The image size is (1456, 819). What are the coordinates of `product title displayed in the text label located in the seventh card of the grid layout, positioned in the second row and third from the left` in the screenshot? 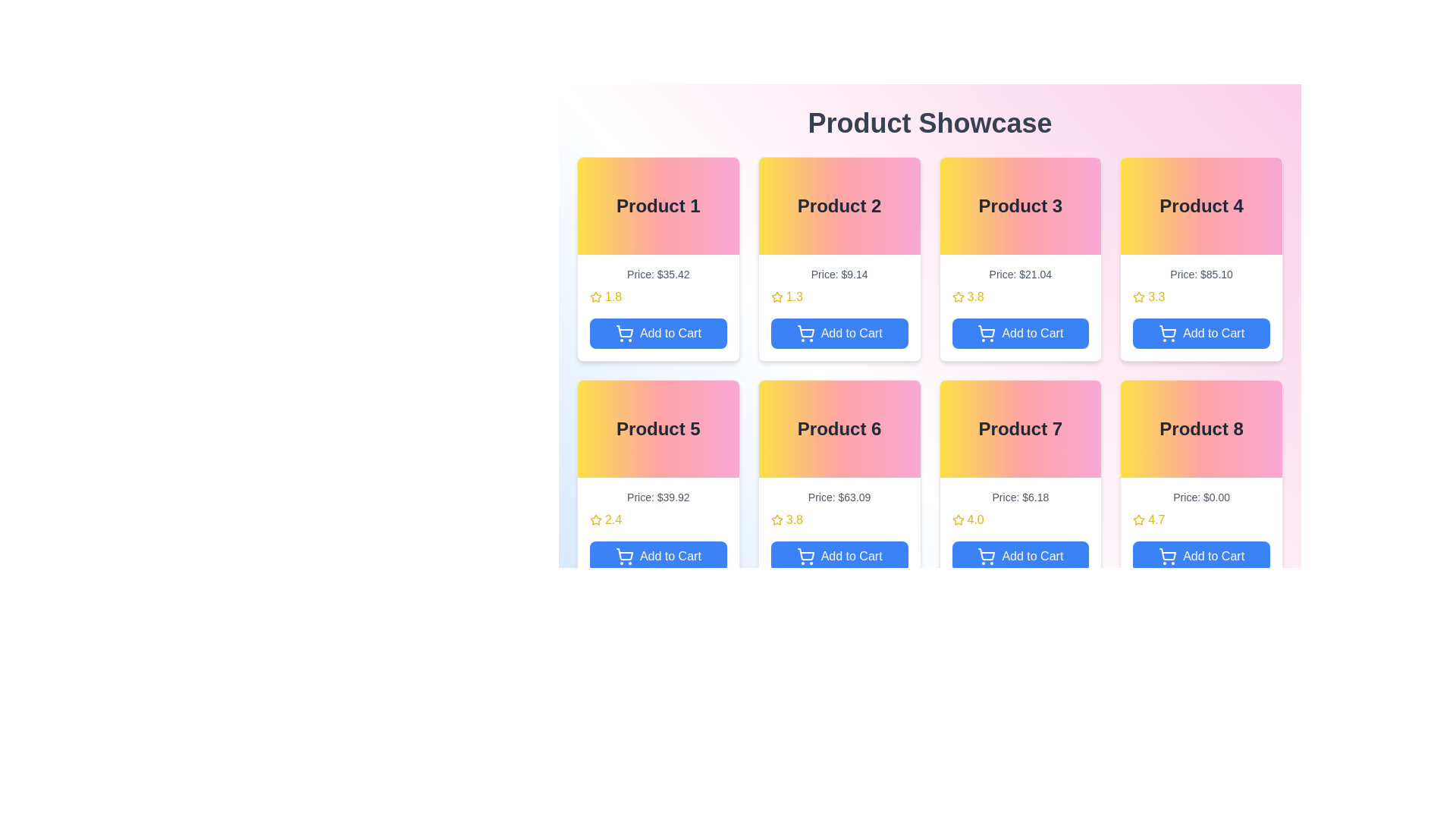 It's located at (1020, 429).